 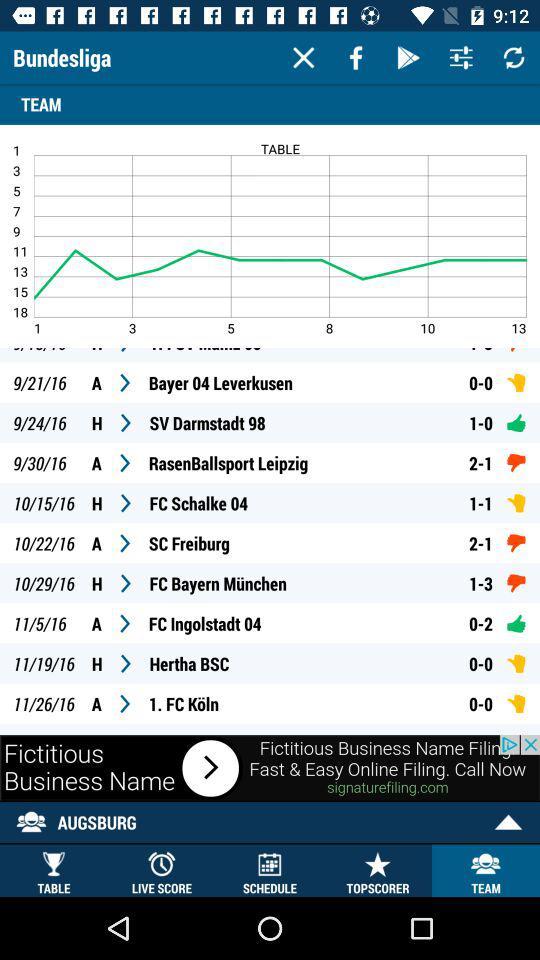 What do you see at coordinates (302, 56) in the screenshot?
I see `the close icon` at bounding box center [302, 56].